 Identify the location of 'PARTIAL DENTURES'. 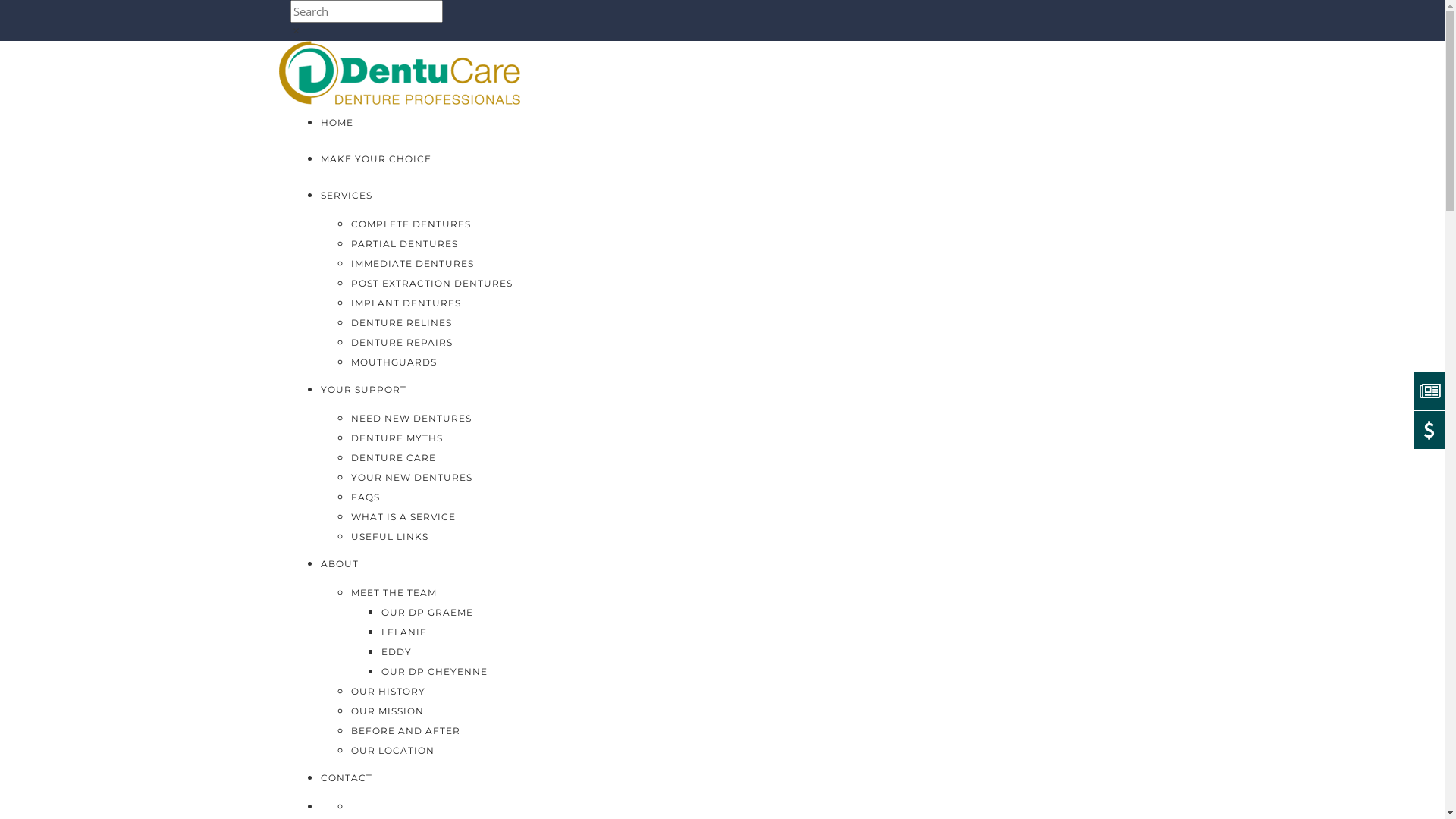
(403, 243).